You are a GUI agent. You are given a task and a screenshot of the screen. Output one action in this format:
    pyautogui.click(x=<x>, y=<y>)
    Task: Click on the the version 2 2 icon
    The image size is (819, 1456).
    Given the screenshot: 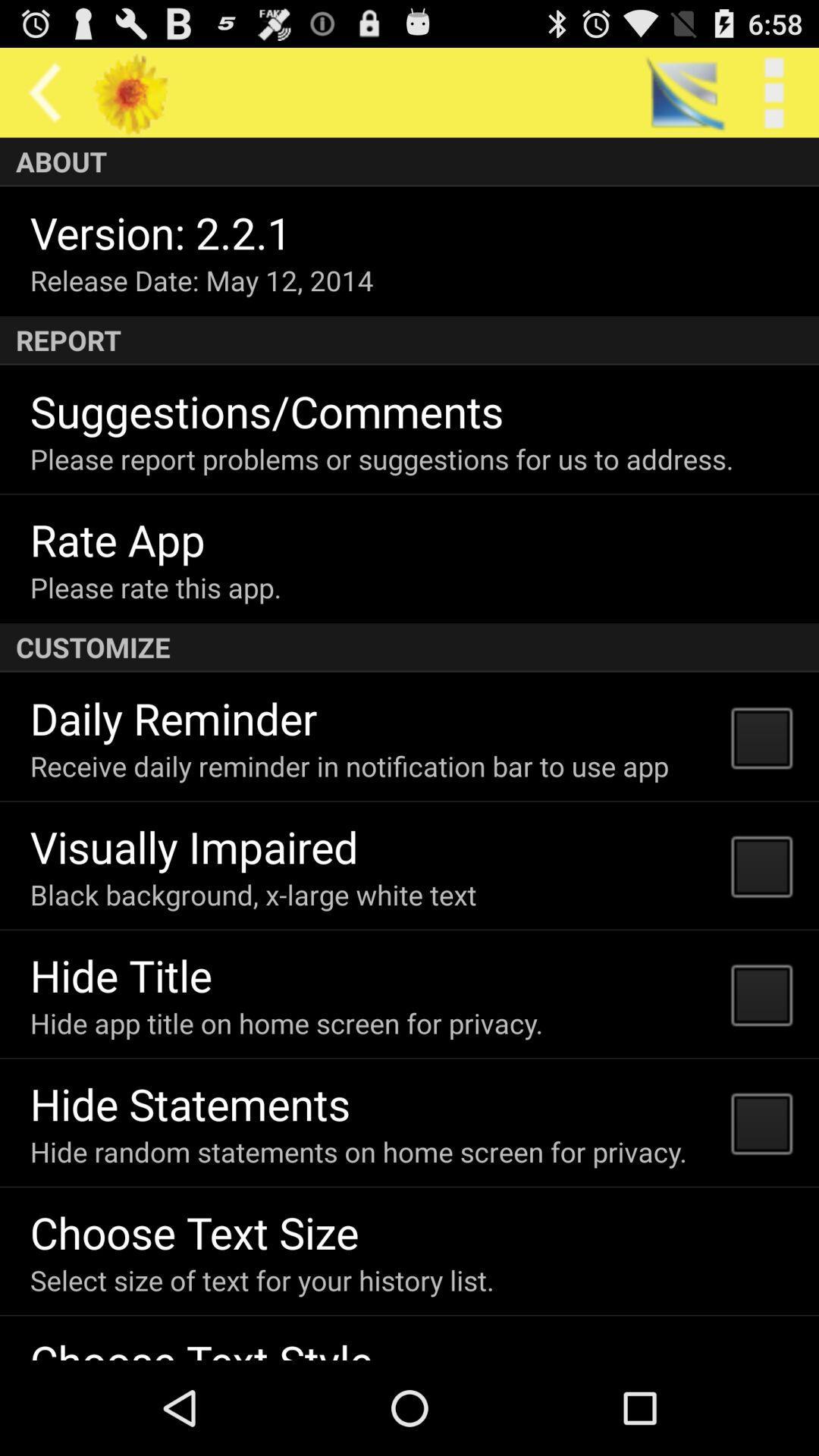 What is the action you would take?
    pyautogui.click(x=161, y=231)
    